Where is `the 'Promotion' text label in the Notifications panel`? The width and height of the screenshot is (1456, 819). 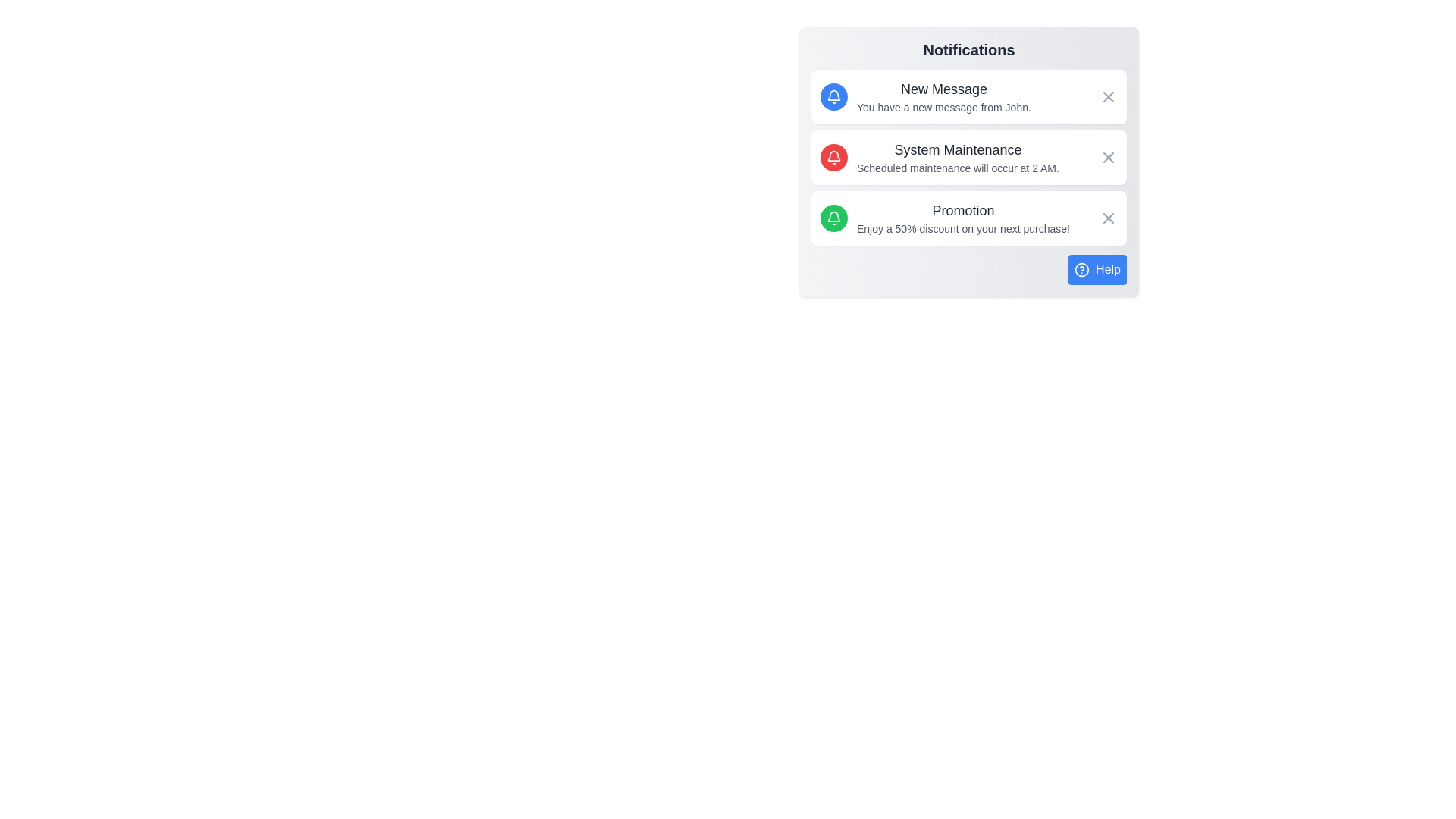 the 'Promotion' text label in the Notifications panel is located at coordinates (962, 210).